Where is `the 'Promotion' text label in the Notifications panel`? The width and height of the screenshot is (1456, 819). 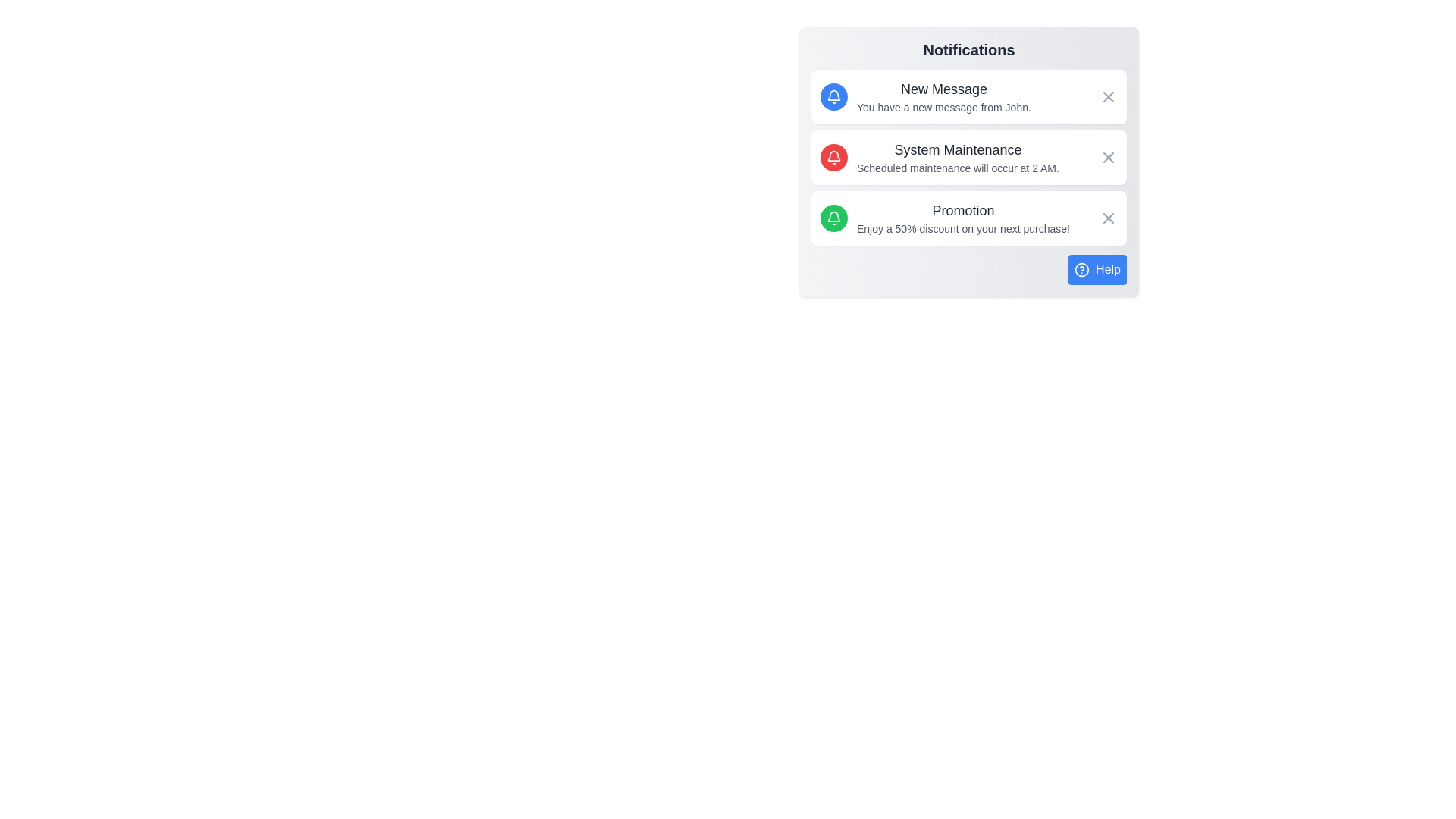 the 'Promotion' text label in the Notifications panel is located at coordinates (962, 210).